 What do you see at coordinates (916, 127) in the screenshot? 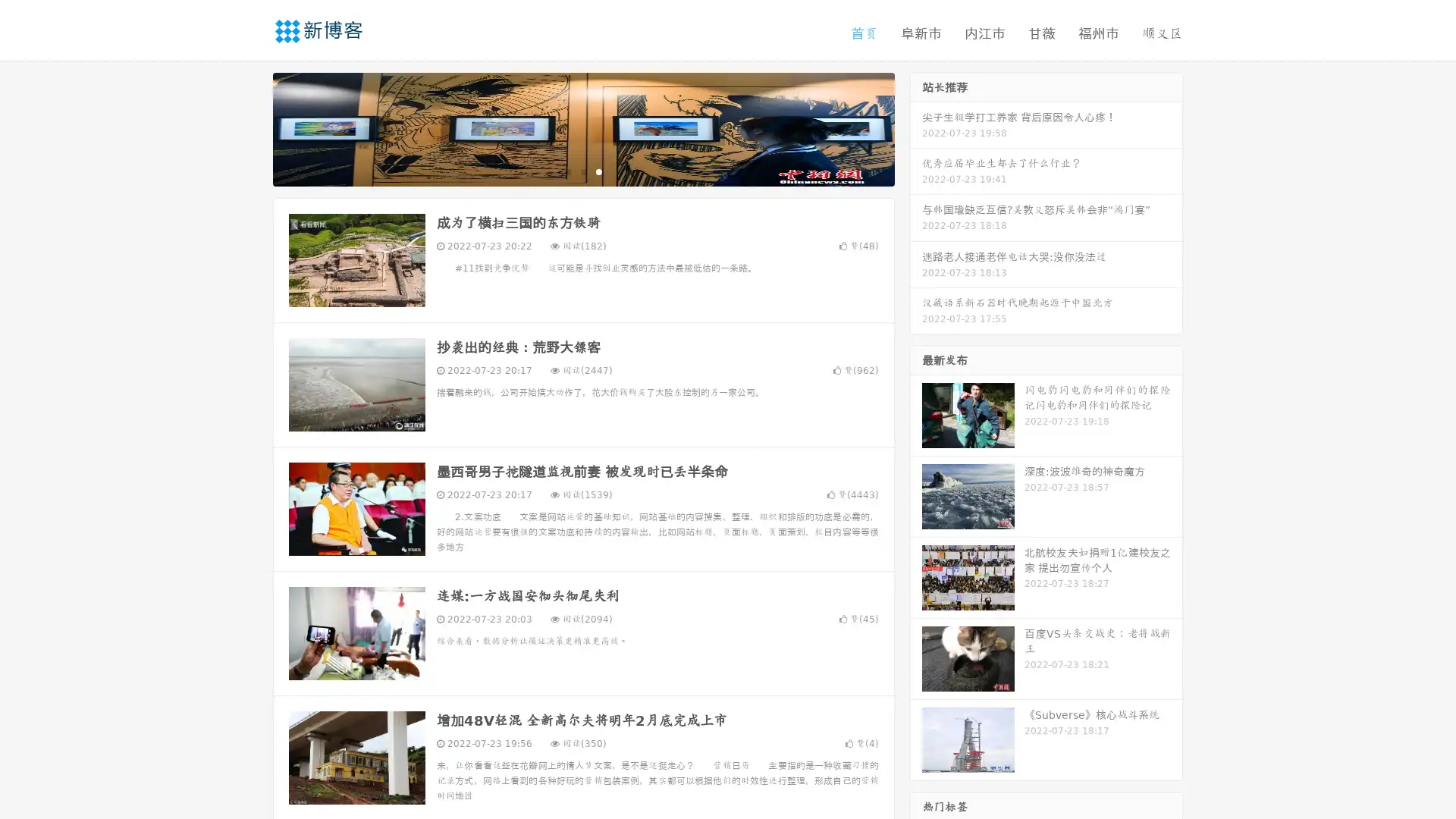
I see `Next slide` at bounding box center [916, 127].